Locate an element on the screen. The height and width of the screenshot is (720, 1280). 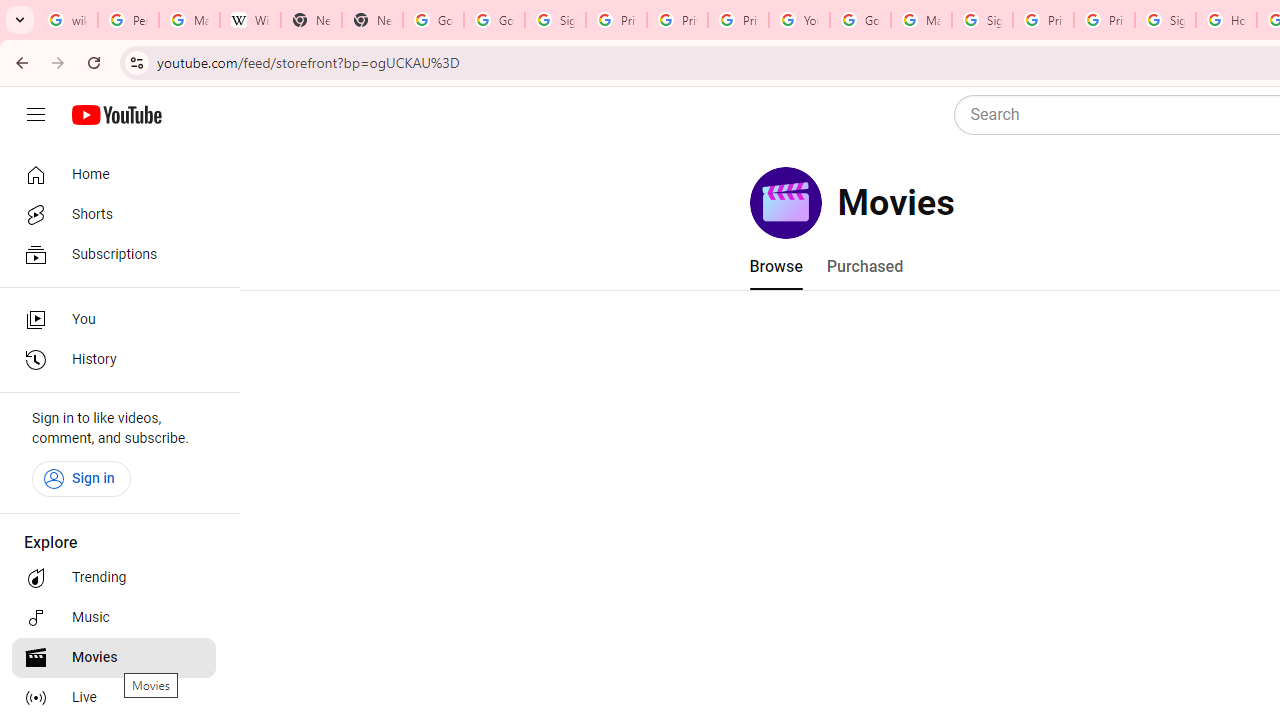
'YouTube Home' is located at coordinates (115, 115).